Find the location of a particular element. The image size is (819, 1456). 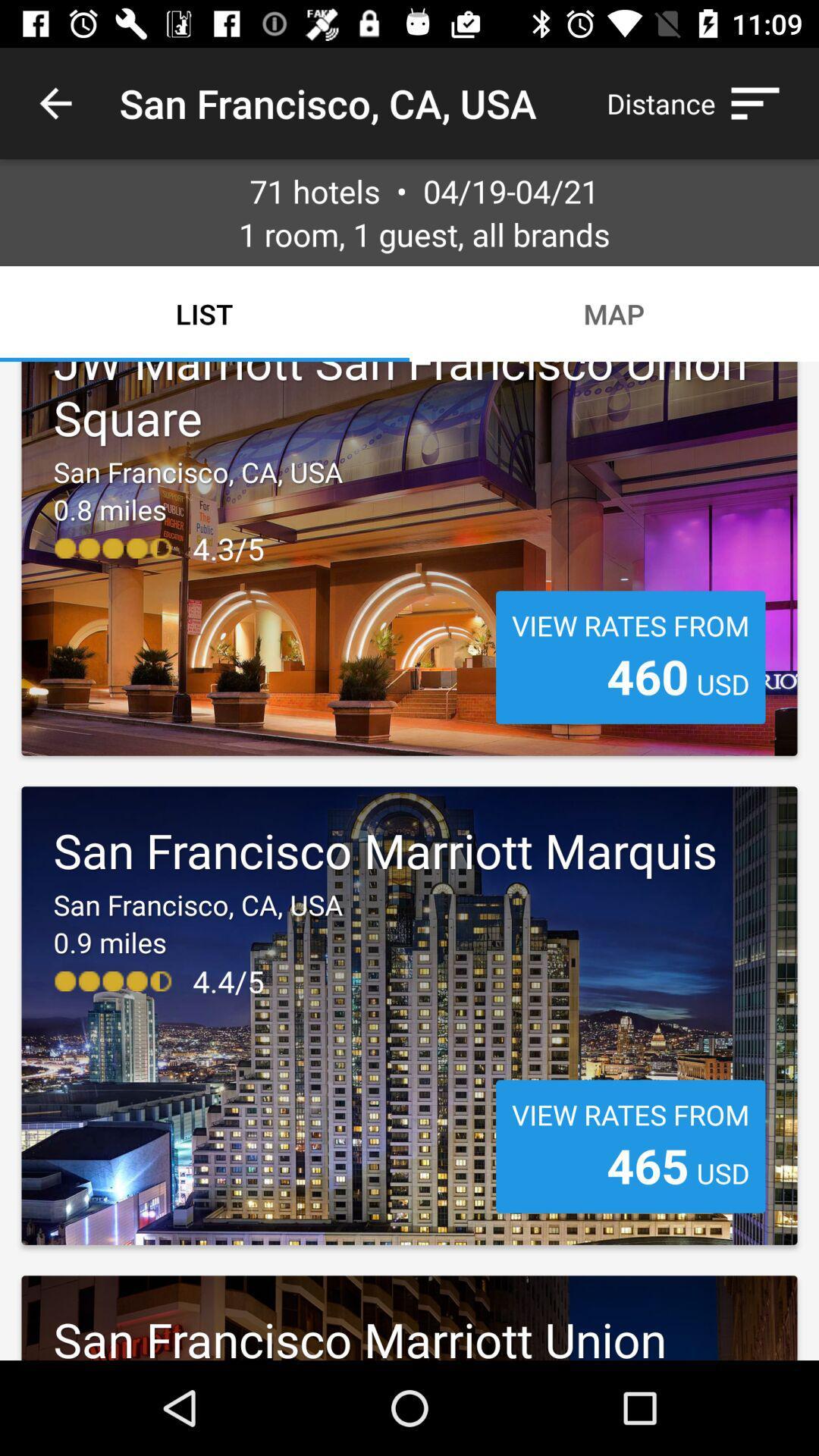

item to the left of the usd icon is located at coordinates (648, 675).